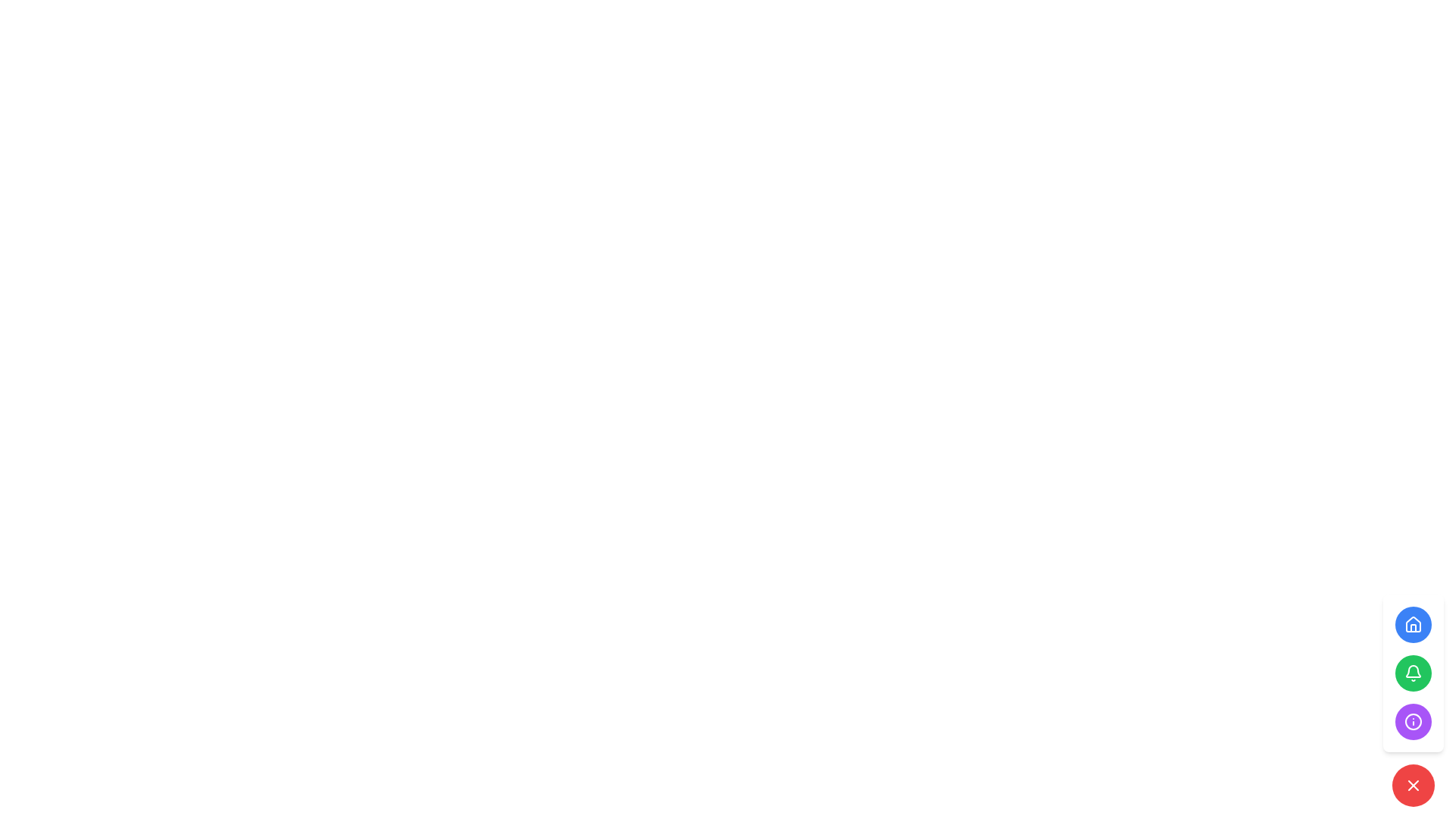  Describe the element at coordinates (1412, 625) in the screenshot. I see `the blue circular button with a white house icon to observe the visual hover effect` at that location.